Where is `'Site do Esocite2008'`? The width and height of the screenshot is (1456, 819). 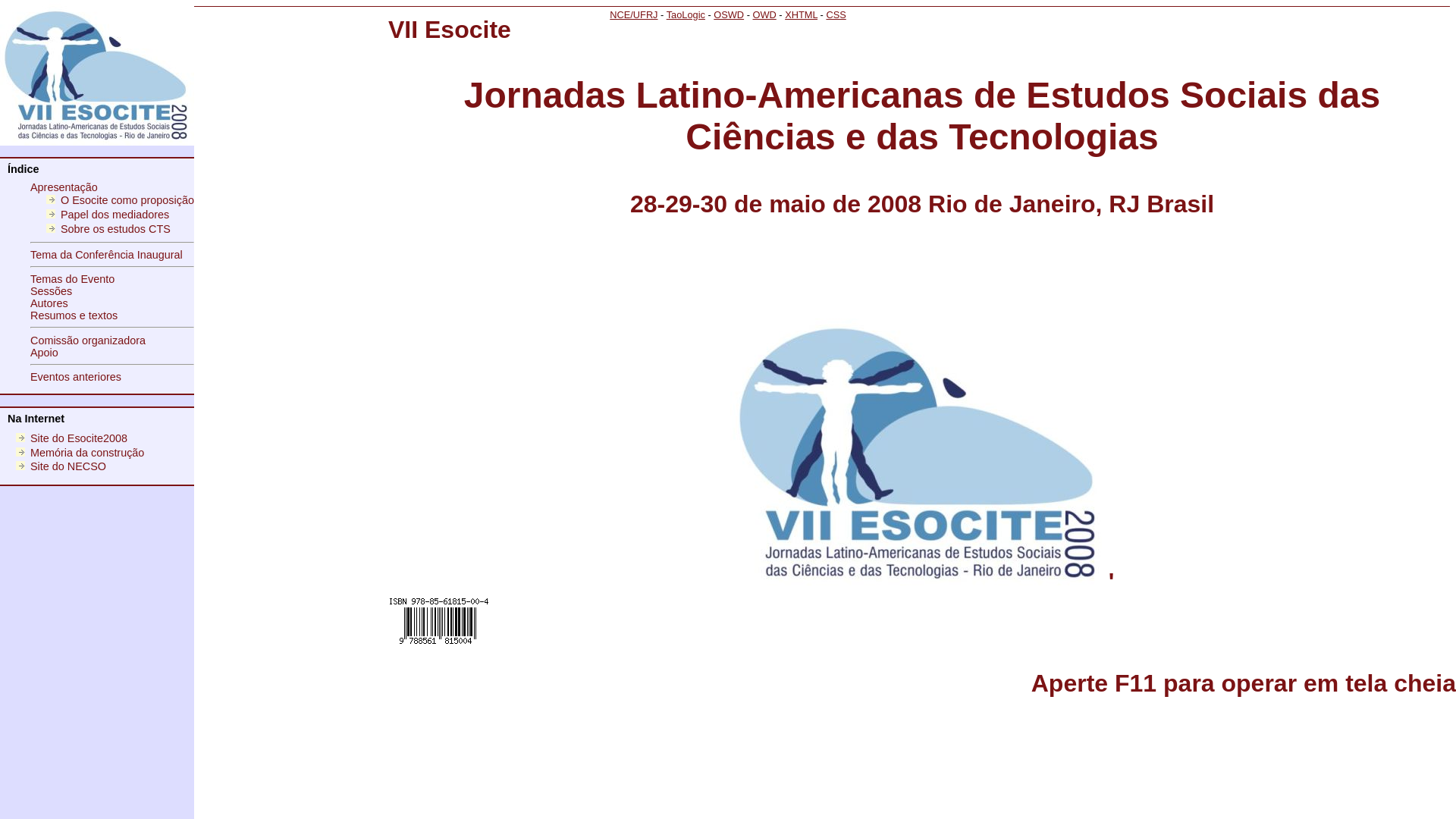
'Site do Esocite2008' is located at coordinates (30, 438).